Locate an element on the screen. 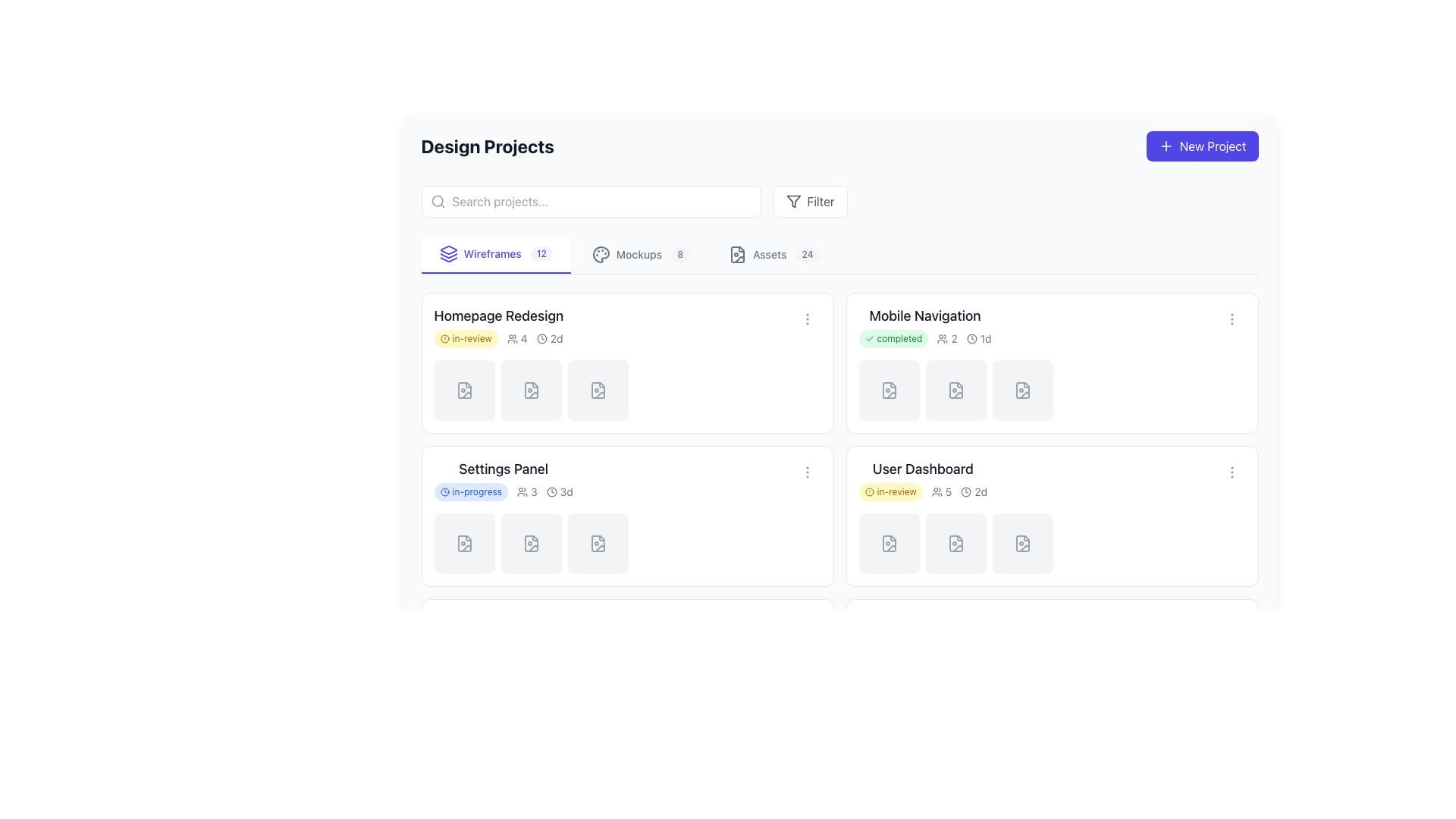 This screenshot has height=819, width=1456. the project panel titled 'Homepage Redesign' which has a yellow 'in-review' status badge is located at coordinates (627, 326).